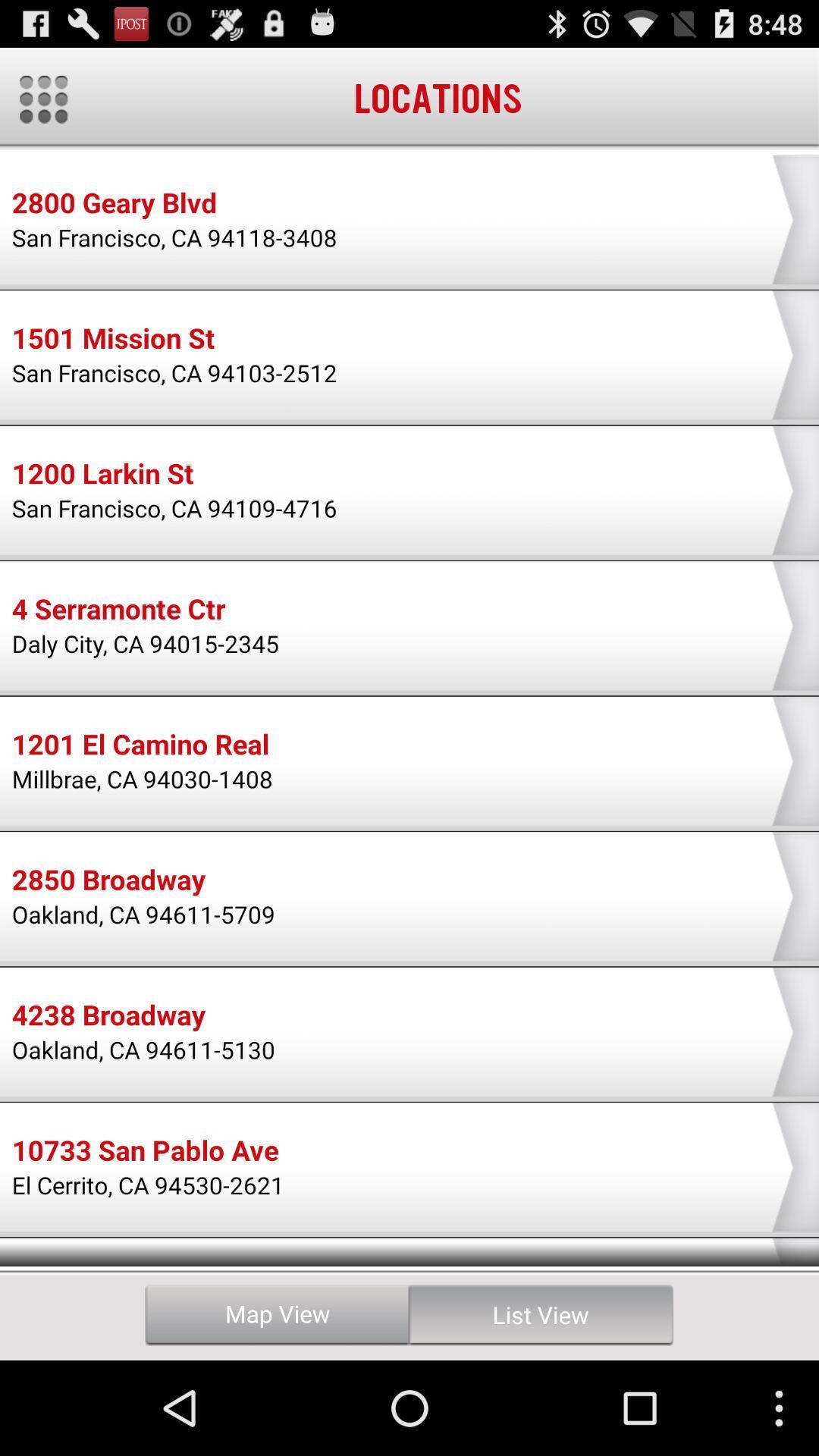 This screenshot has width=819, height=1456. I want to click on the 4238 broadway, so click(108, 1017).